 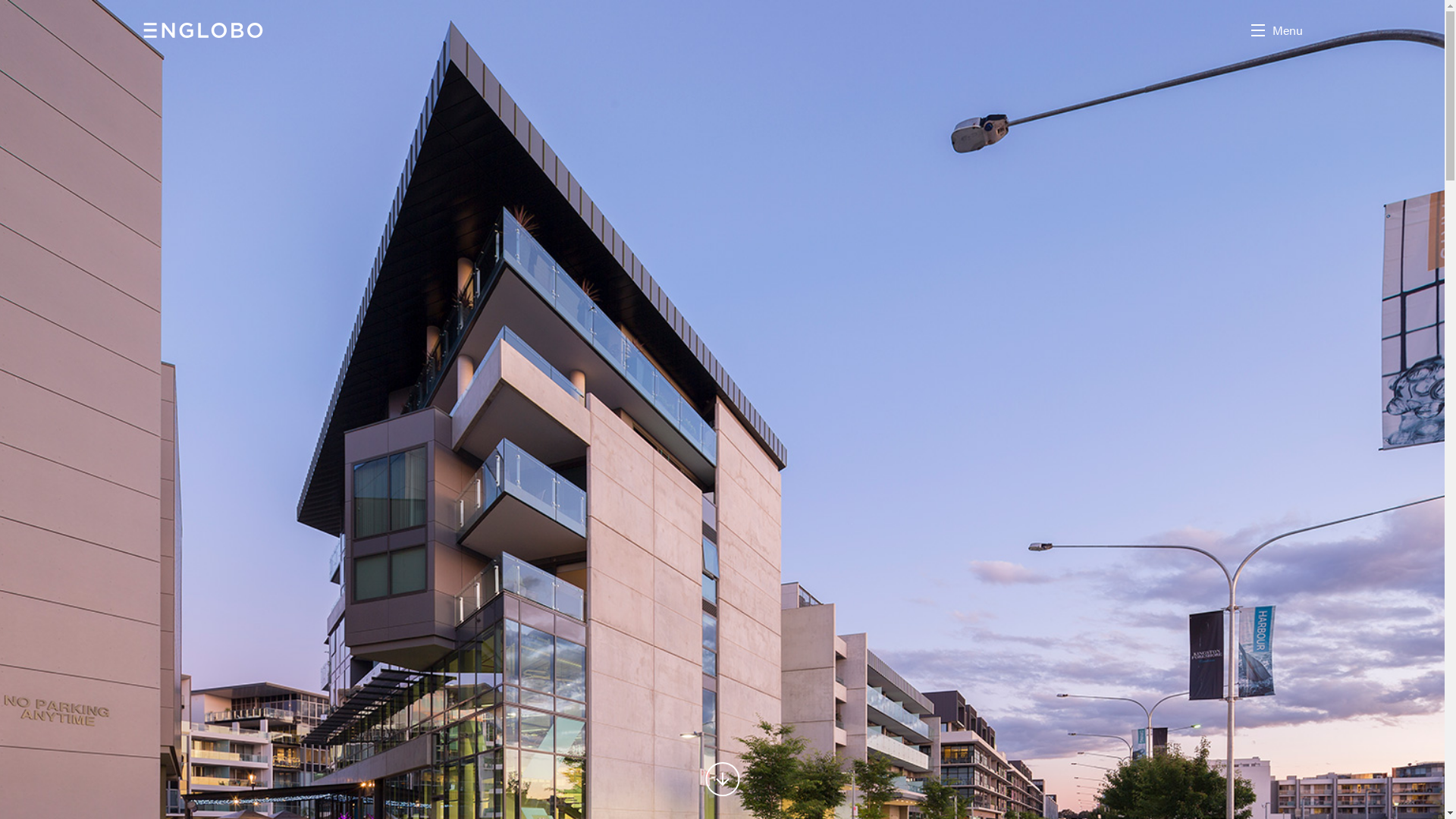 I want to click on 'Englobo Group', so click(x=202, y=30).